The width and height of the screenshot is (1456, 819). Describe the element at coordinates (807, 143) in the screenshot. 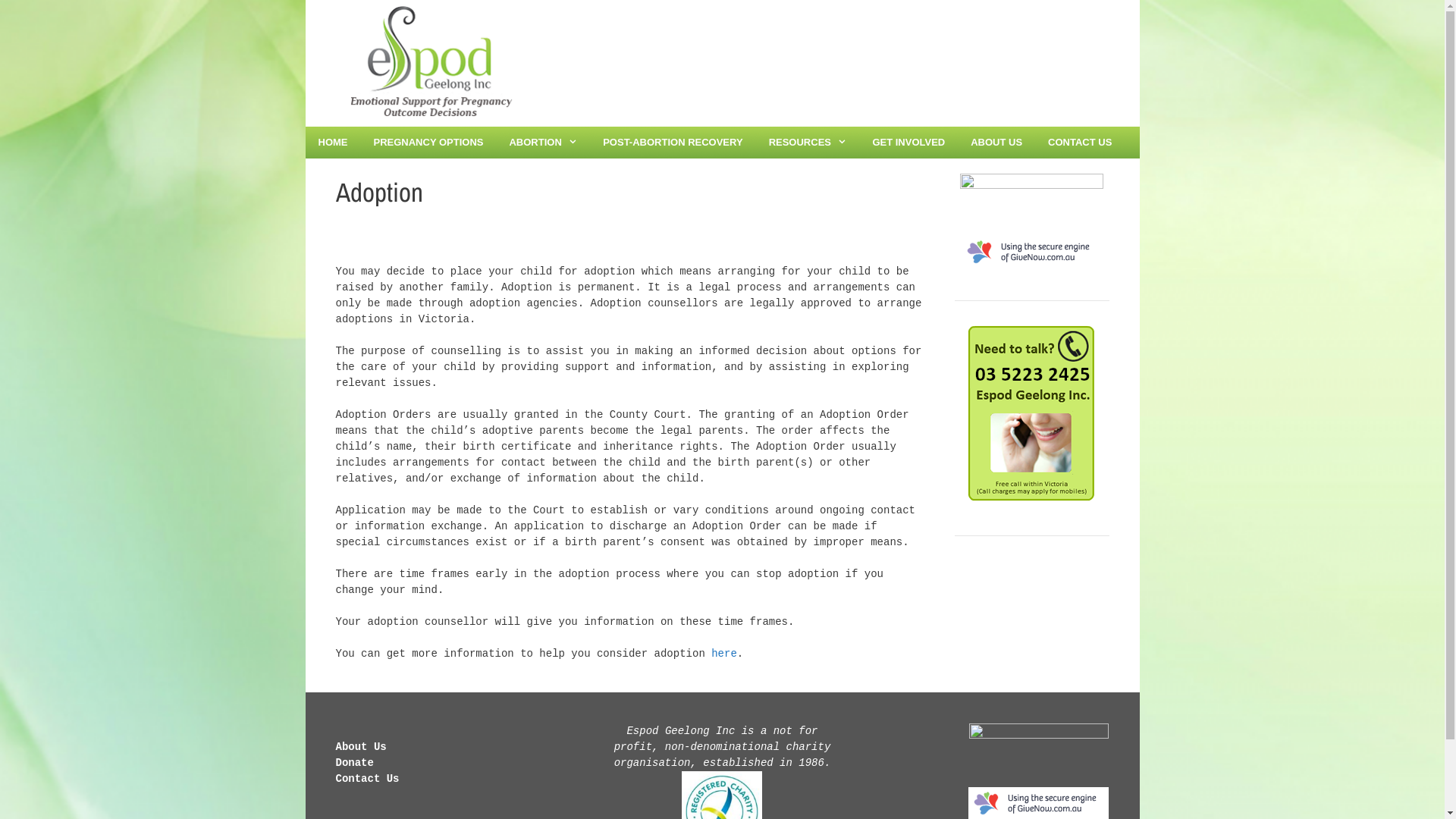

I see `'RESOURCES'` at that location.